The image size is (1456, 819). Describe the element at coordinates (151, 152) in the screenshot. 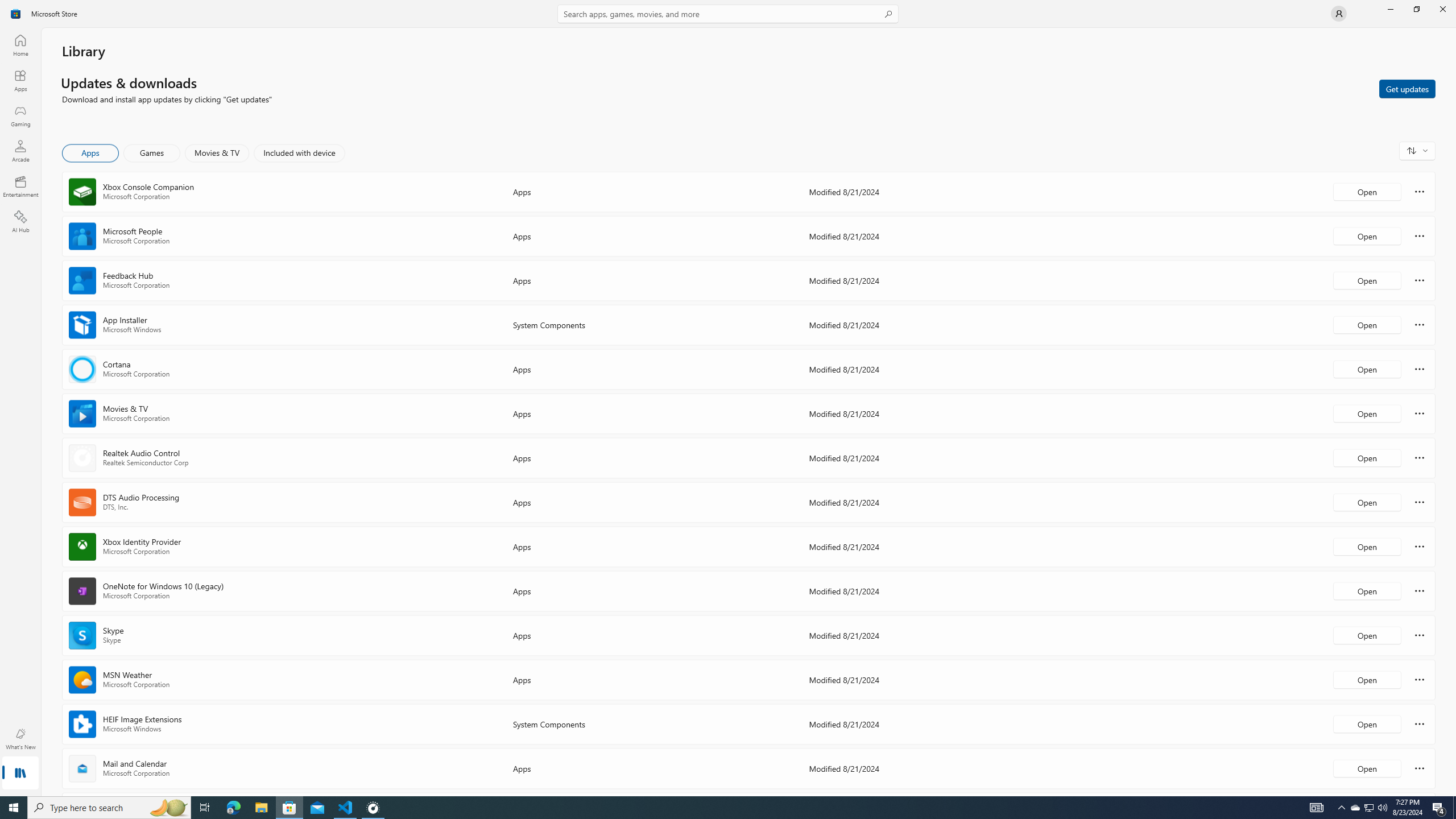

I see `'Games'` at that location.